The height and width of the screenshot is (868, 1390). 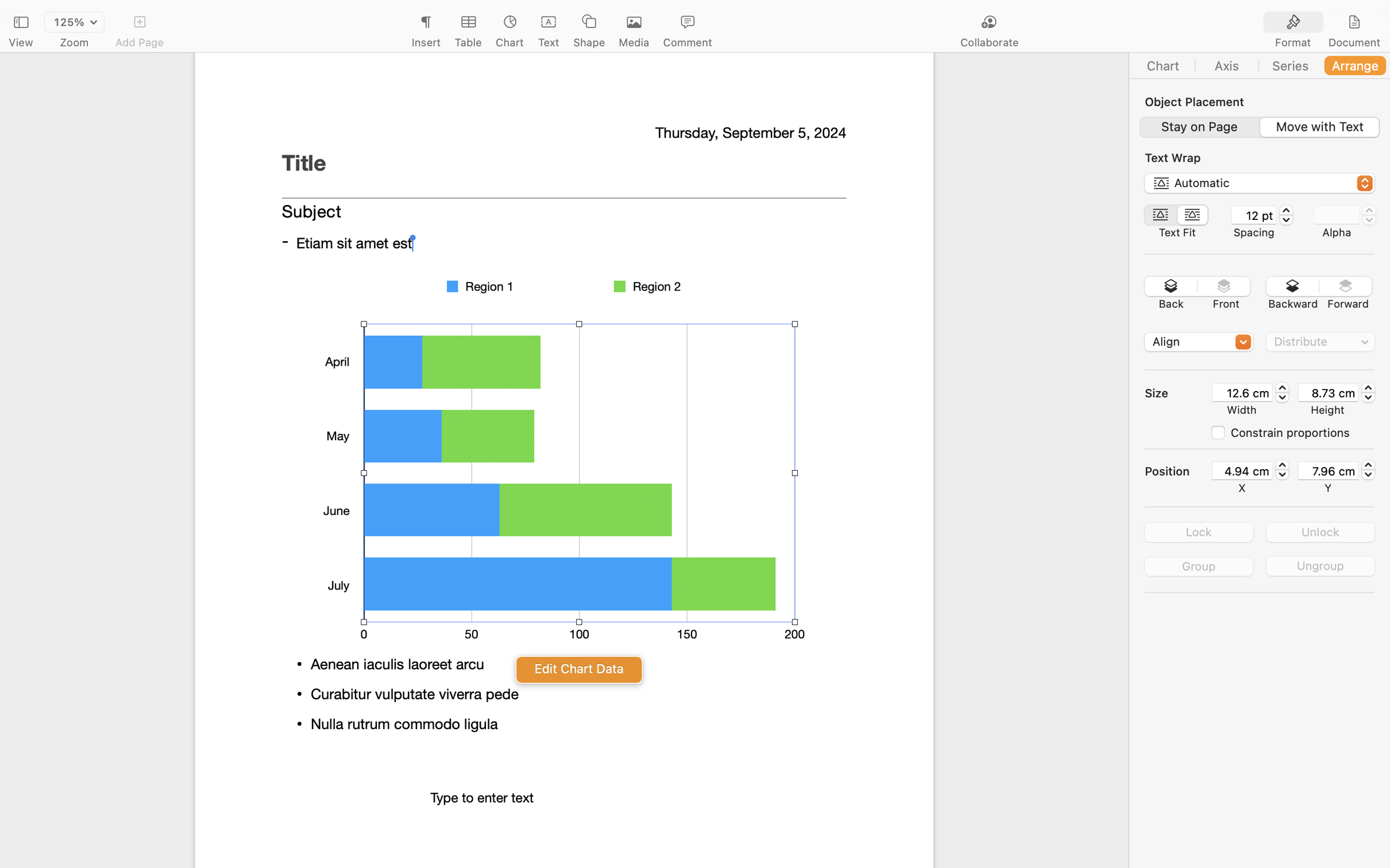 I want to click on 'X', so click(x=1242, y=487).